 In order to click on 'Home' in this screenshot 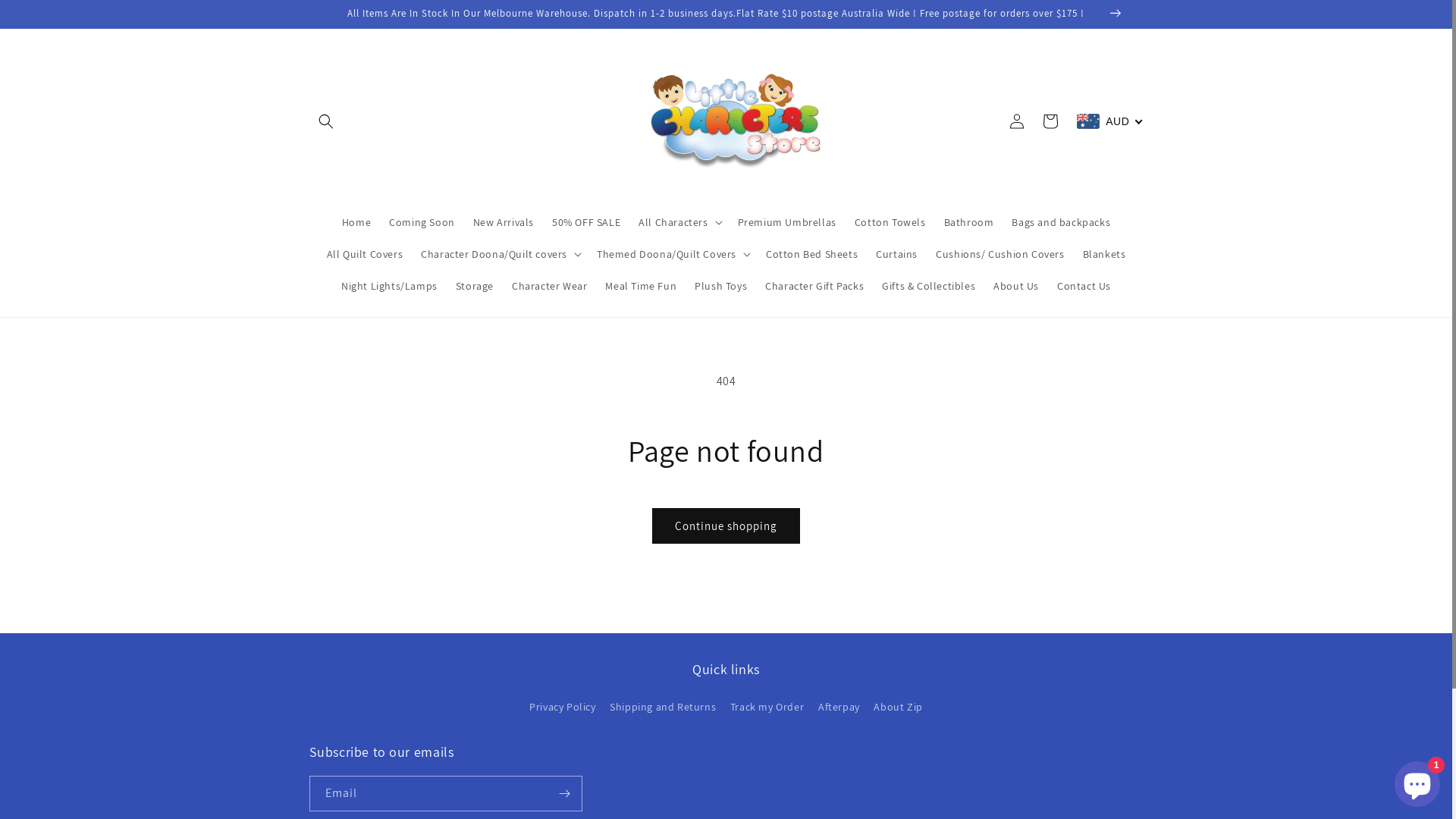, I will do `click(356, 222)`.